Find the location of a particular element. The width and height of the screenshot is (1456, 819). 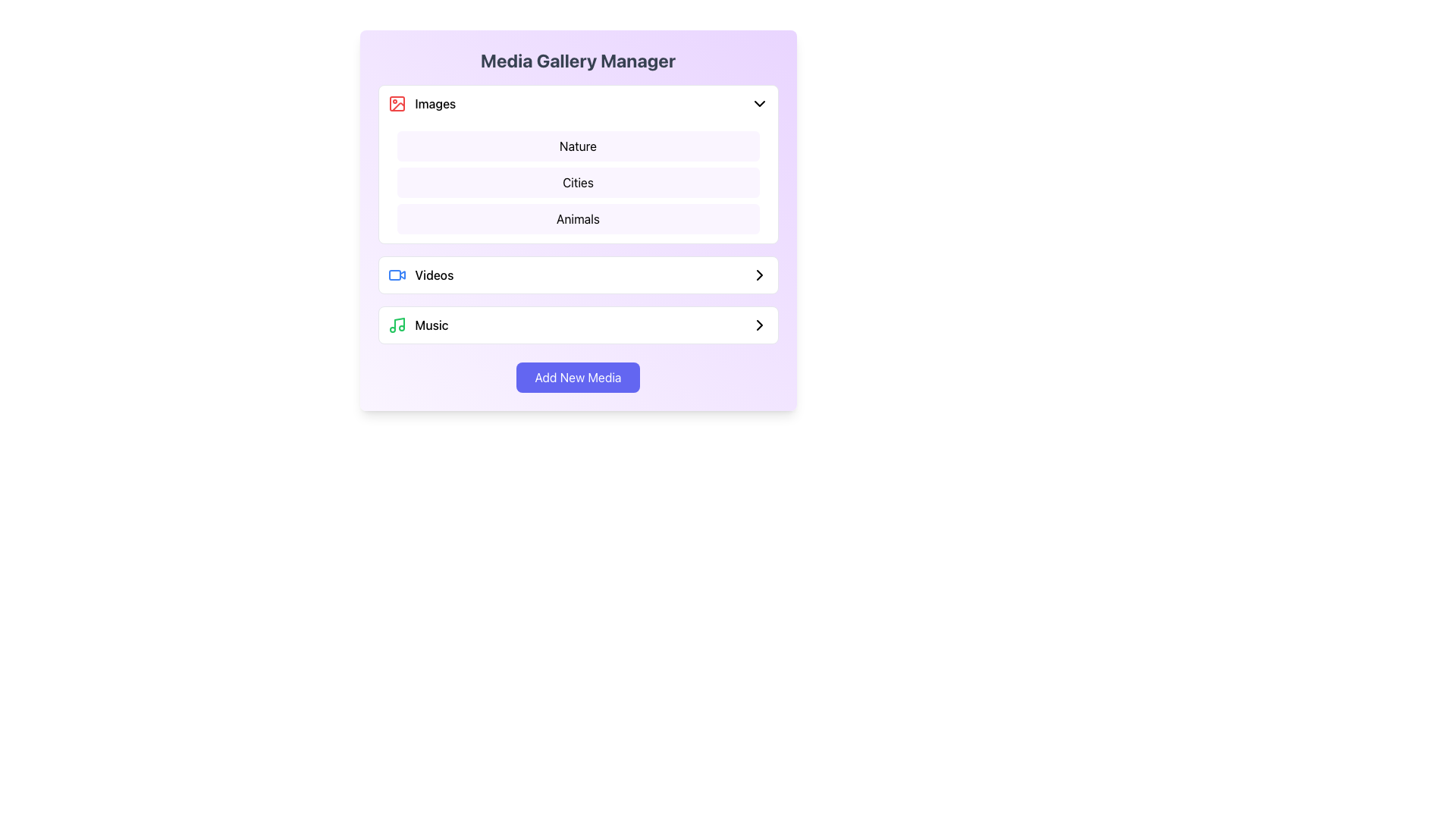

the 'Videos' link, which is located under the 'Media Gallery Manager' header and is part of a menu entry that includes a camera icon and a chevron for navigation is located at coordinates (420, 275).